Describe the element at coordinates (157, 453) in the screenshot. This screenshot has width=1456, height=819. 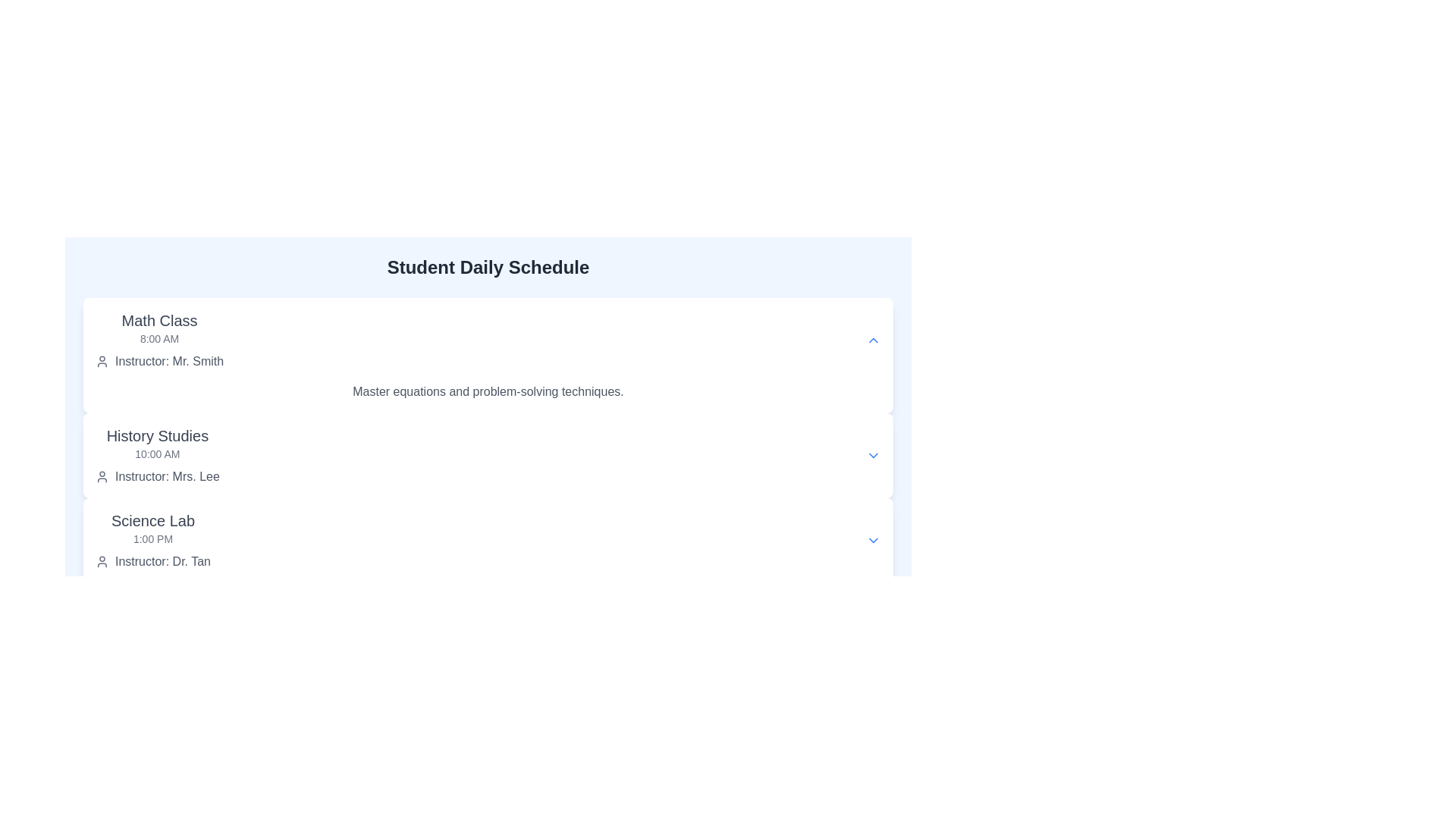
I see `the text display showing '10:00 AM' which is located under the 'History Studies' heading and above 'Instructor: Mrs. Lee'` at that location.